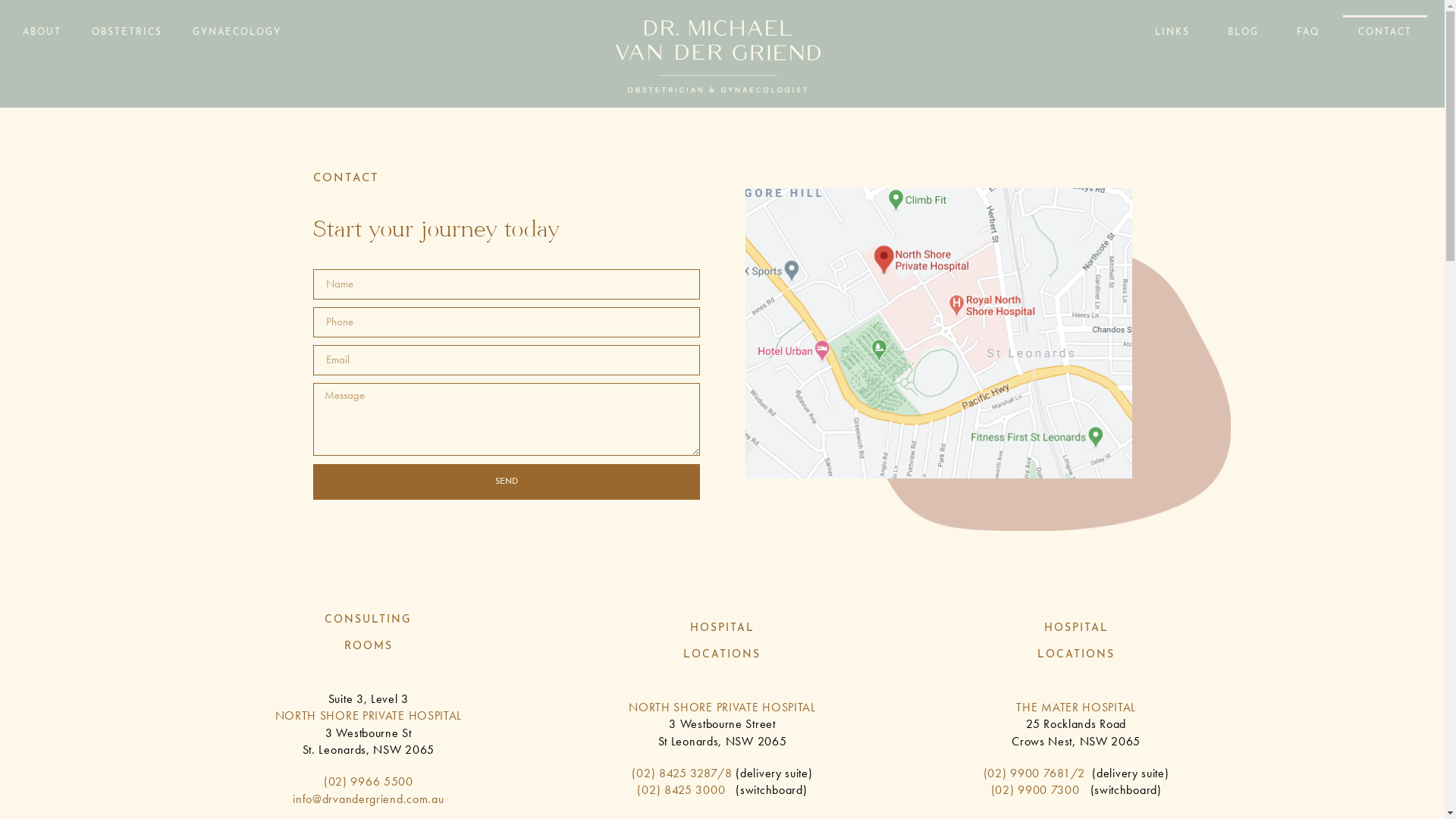 Image resolution: width=1456 pixels, height=819 pixels. What do you see at coordinates (710, 773) in the screenshot?
I see `'3287/8'` at bounding box center [710, 773].